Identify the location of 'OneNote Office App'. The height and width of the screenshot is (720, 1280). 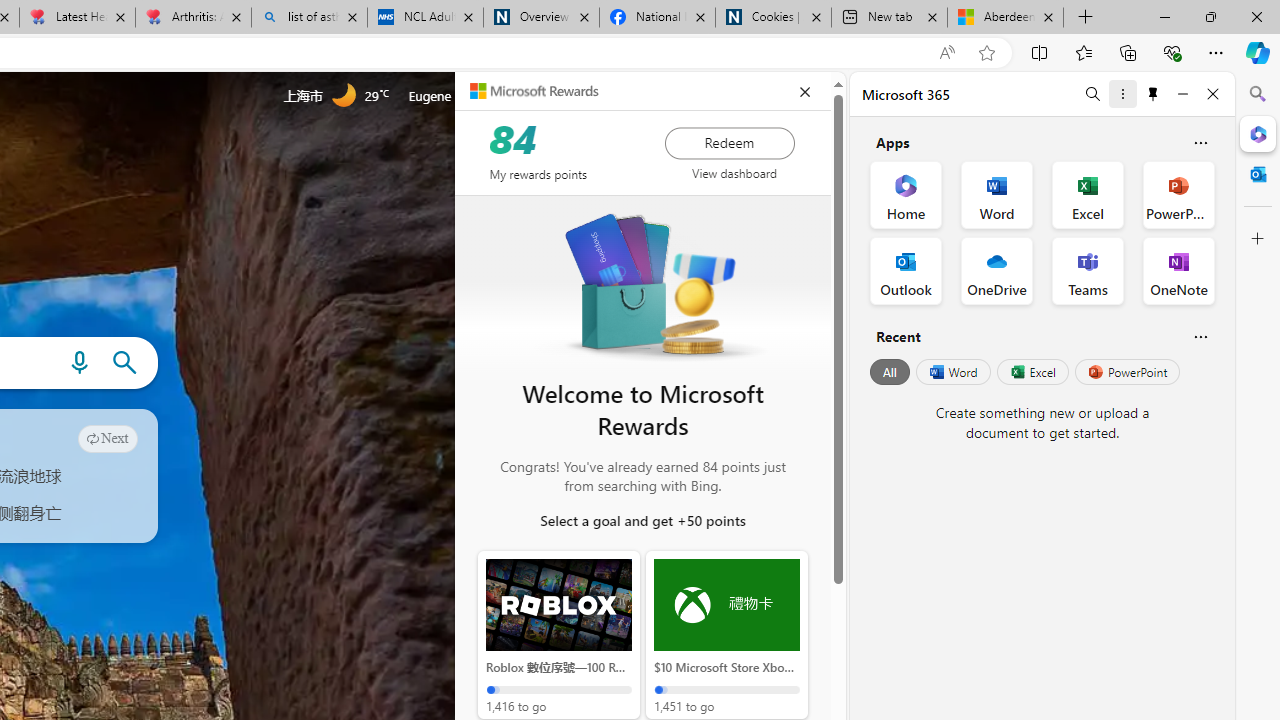
(1178, 271).